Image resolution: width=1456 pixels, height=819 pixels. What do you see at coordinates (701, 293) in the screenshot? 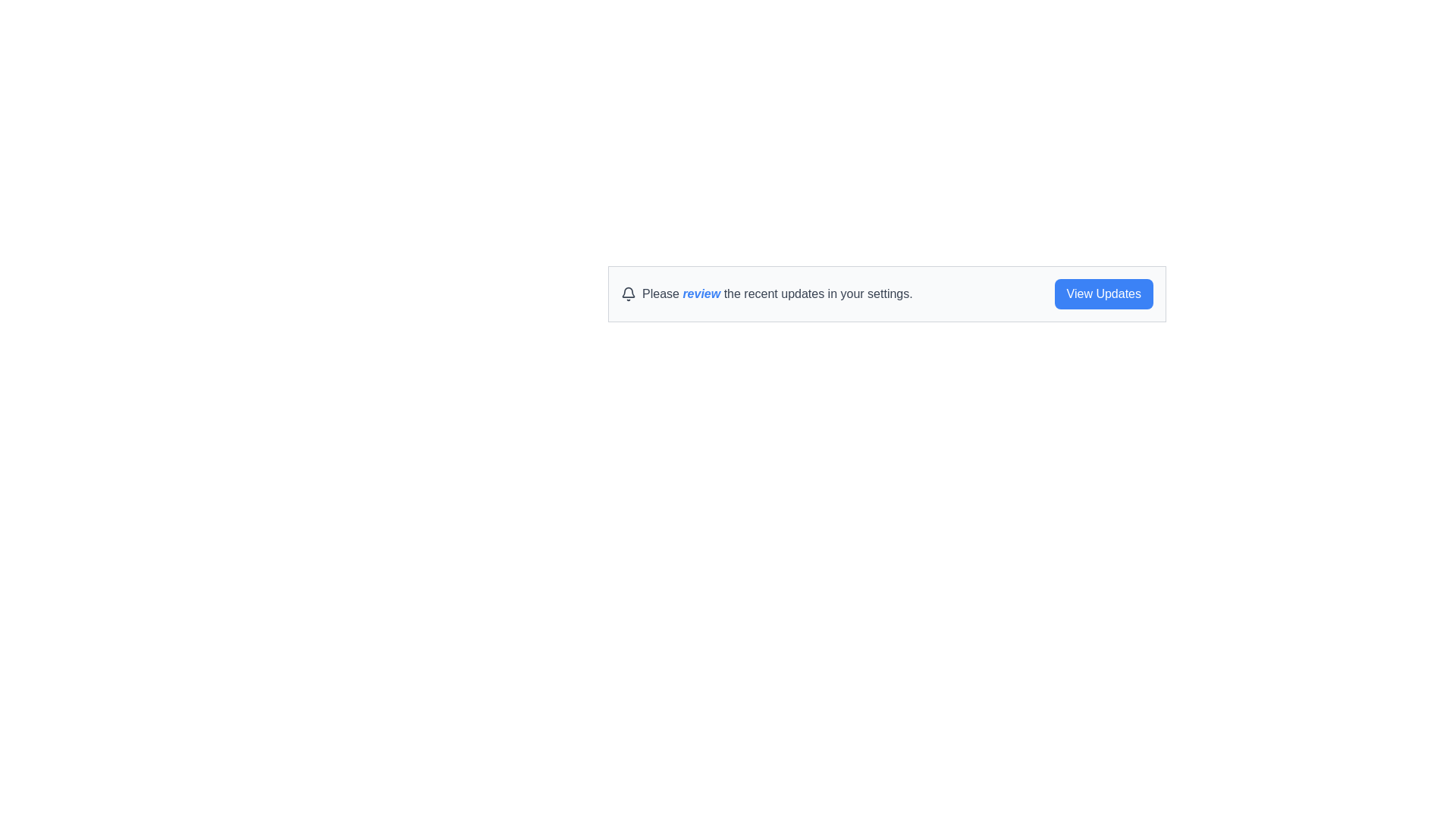
I see `emphasized text content that suggests an action within the sentence 'Please review the recent updates in your settings.'` at bounding box center [701, 293].